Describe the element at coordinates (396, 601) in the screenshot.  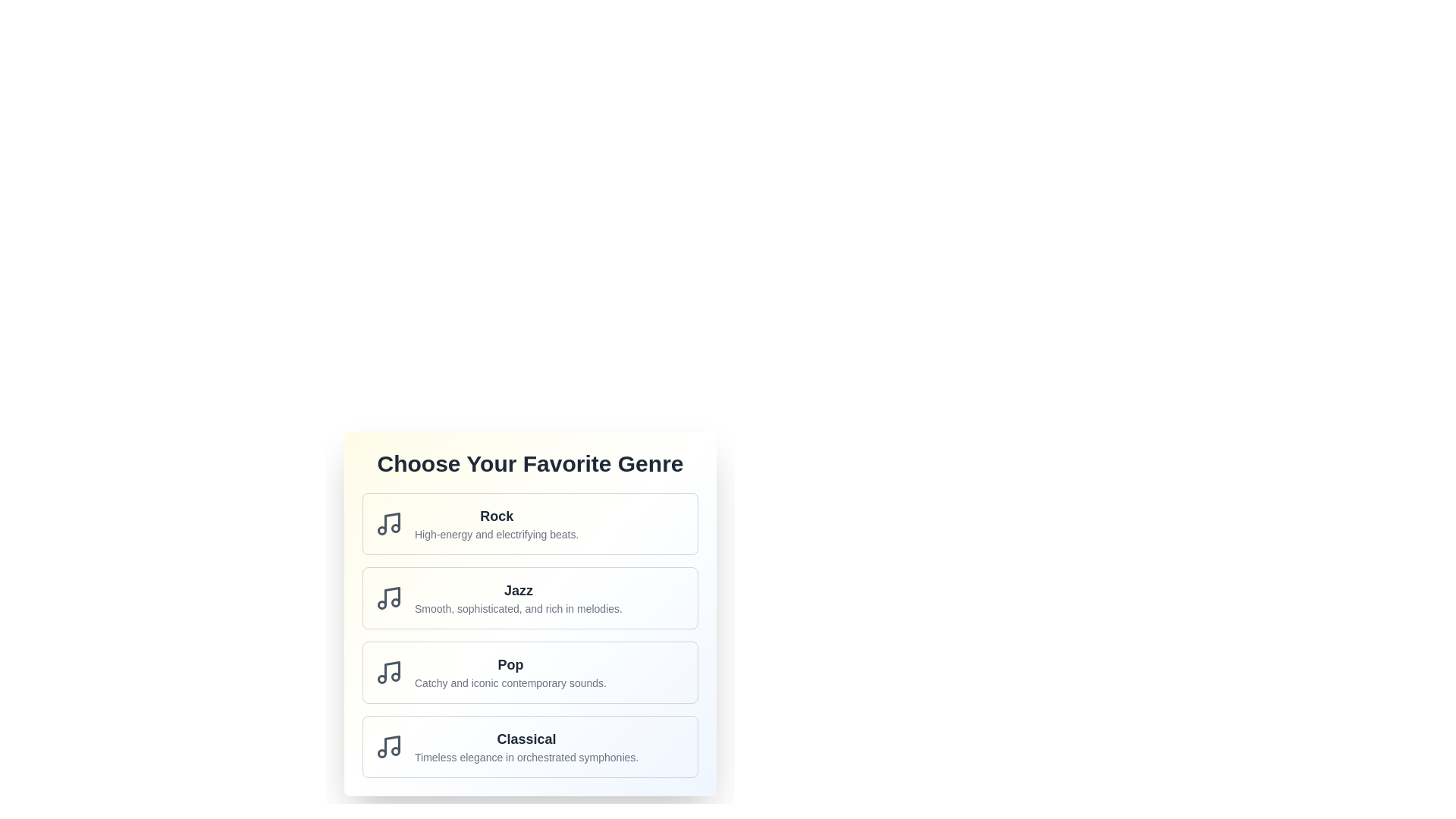
I see `the small hollow circle element representing the rightmost part of the music symbol icon, which is visually characterized by its lack of fill and stroke` at that location.